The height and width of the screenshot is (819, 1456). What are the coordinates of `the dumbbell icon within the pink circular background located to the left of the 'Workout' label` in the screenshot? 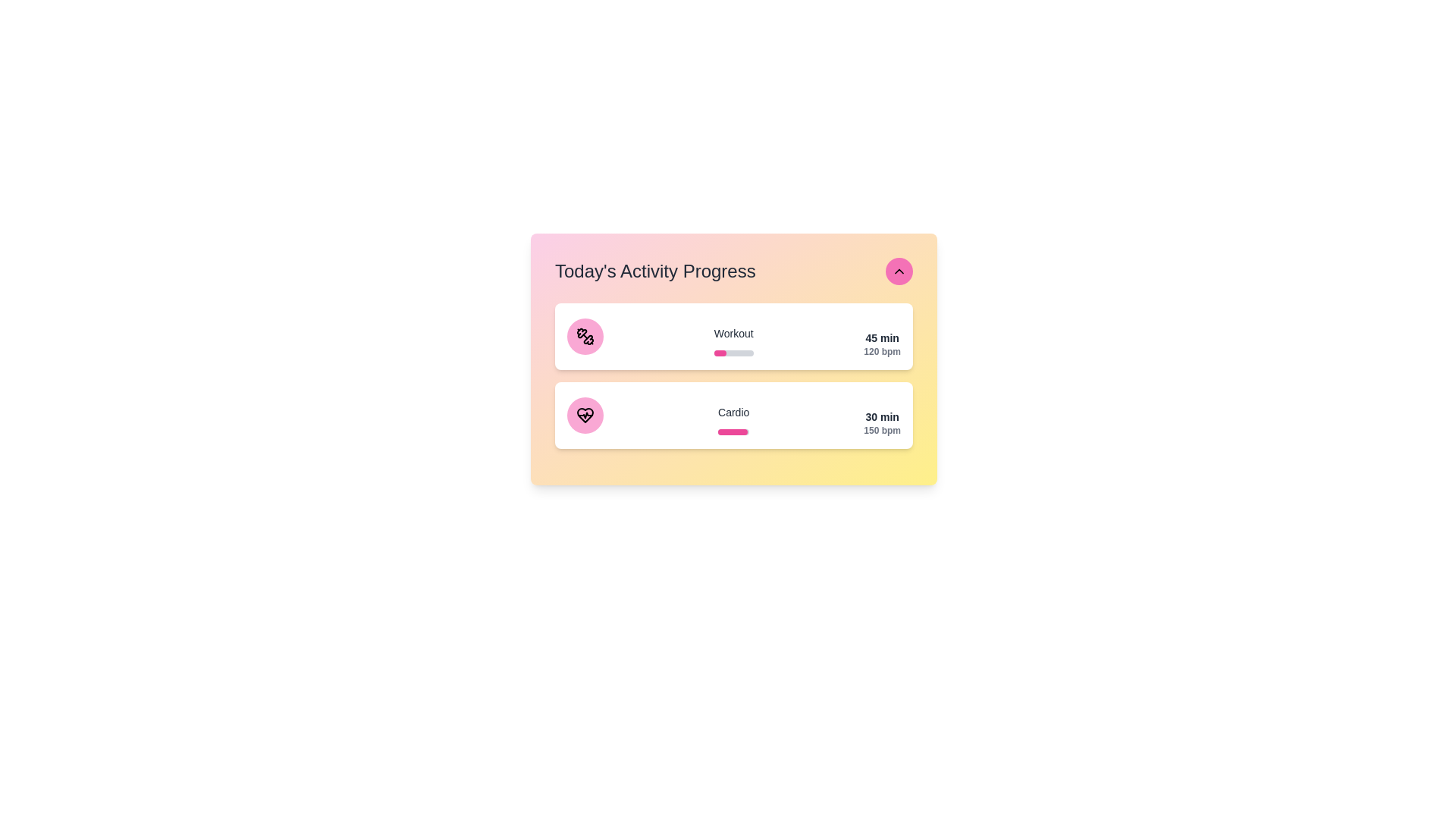 It's located at (585, 335).